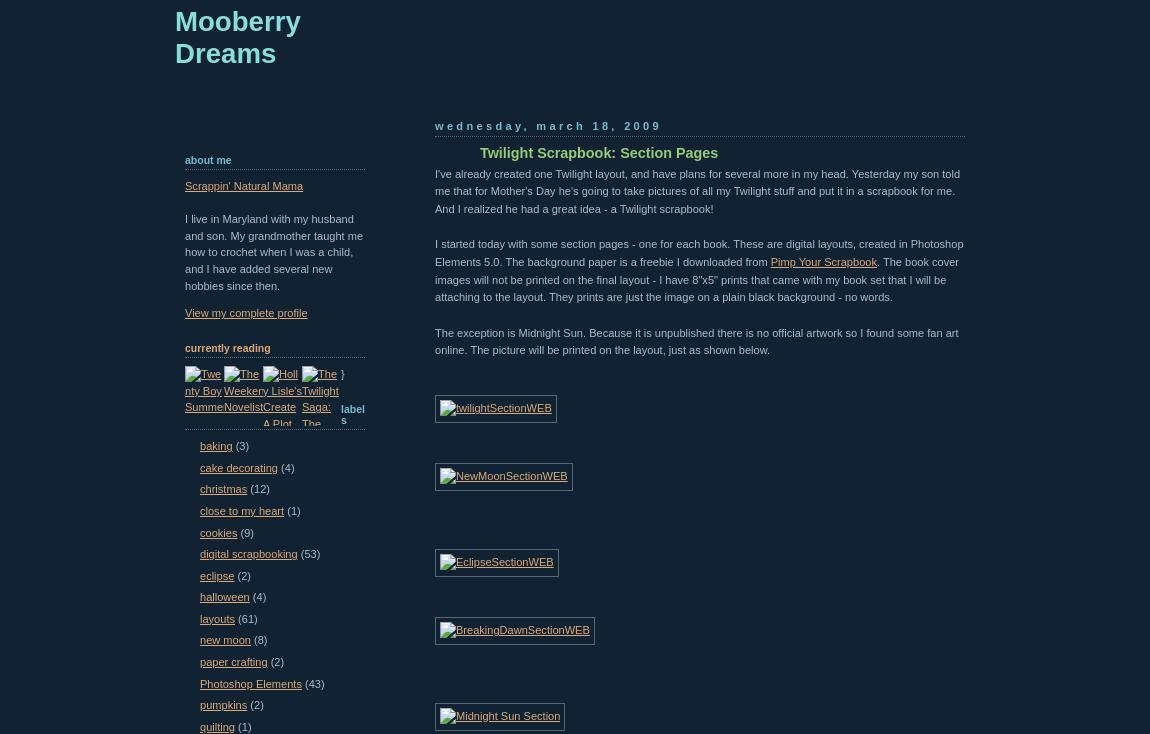  Describe the element at coordinates (273, 250) in the screenshot. I see `'I live in Maryland with my husband and son.  My grandmother taught me how to crochet when I was a child, and I have added several new hobbies since then.'` at that location.